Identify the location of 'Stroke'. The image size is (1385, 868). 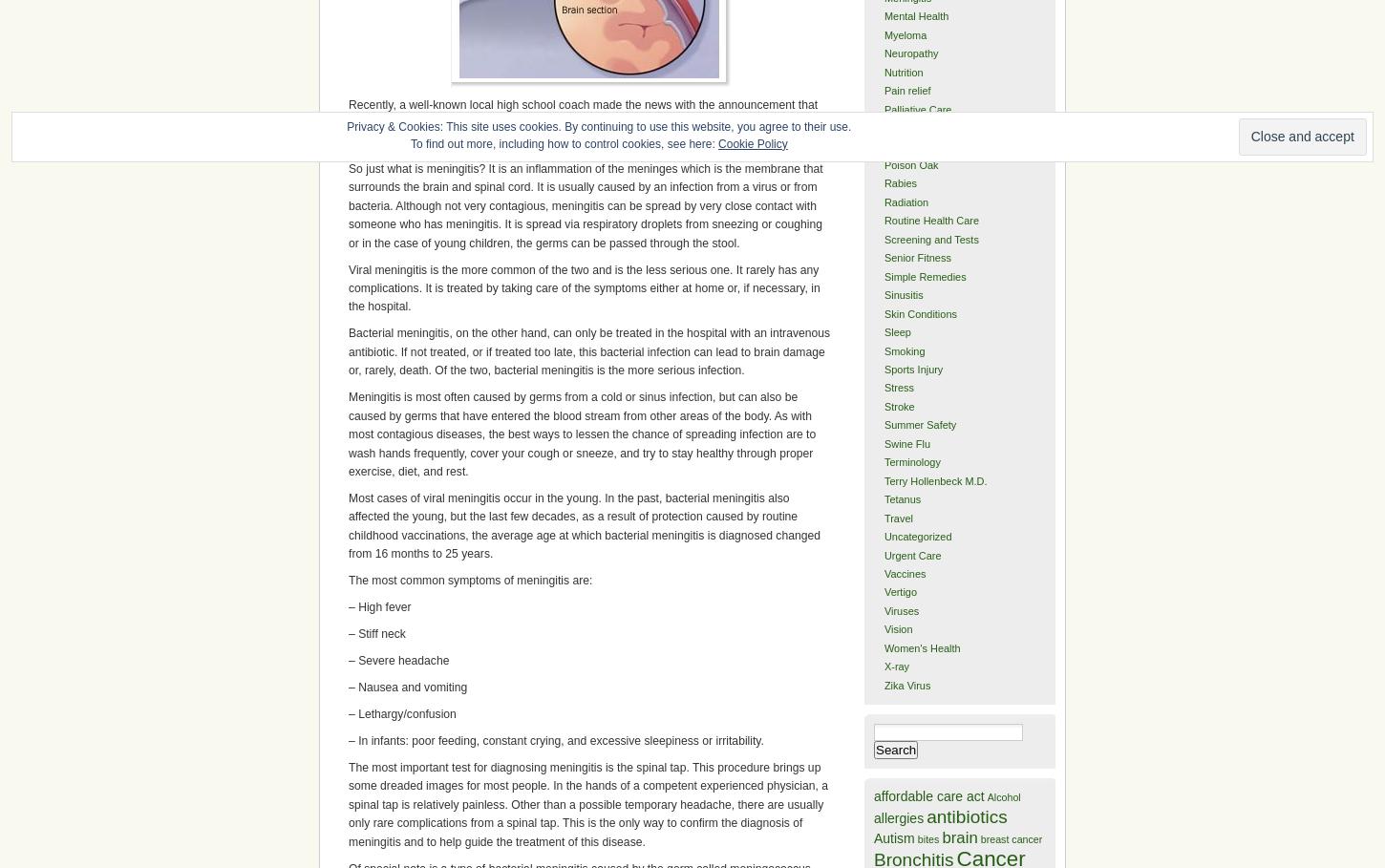
(882, 404).